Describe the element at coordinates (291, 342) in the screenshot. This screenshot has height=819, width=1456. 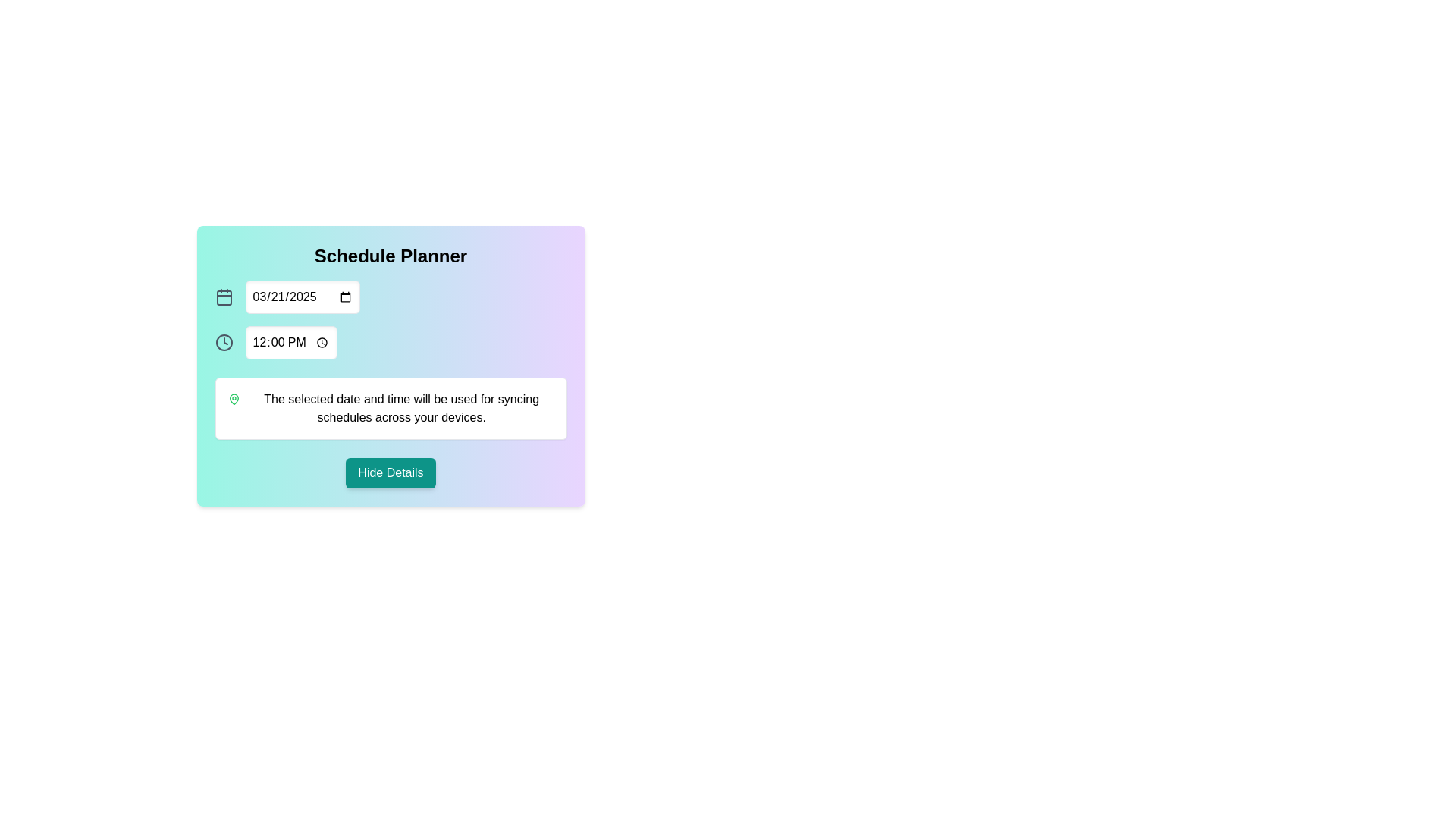
I see `the Time input field, which is the second item in a group with a clock icon on the left, to focus the input field` at that location.